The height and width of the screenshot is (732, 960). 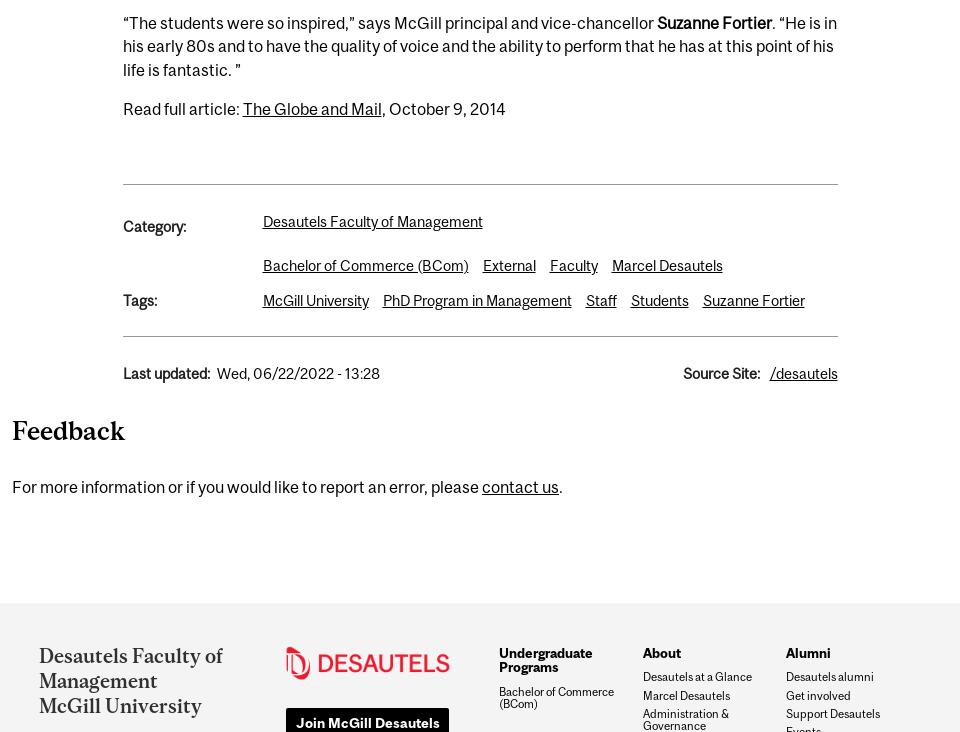 What do you see at coordinates (544, 659) in the screenshot?
I see `'Undergraduate Programs'` at bounding box center [544, 659].